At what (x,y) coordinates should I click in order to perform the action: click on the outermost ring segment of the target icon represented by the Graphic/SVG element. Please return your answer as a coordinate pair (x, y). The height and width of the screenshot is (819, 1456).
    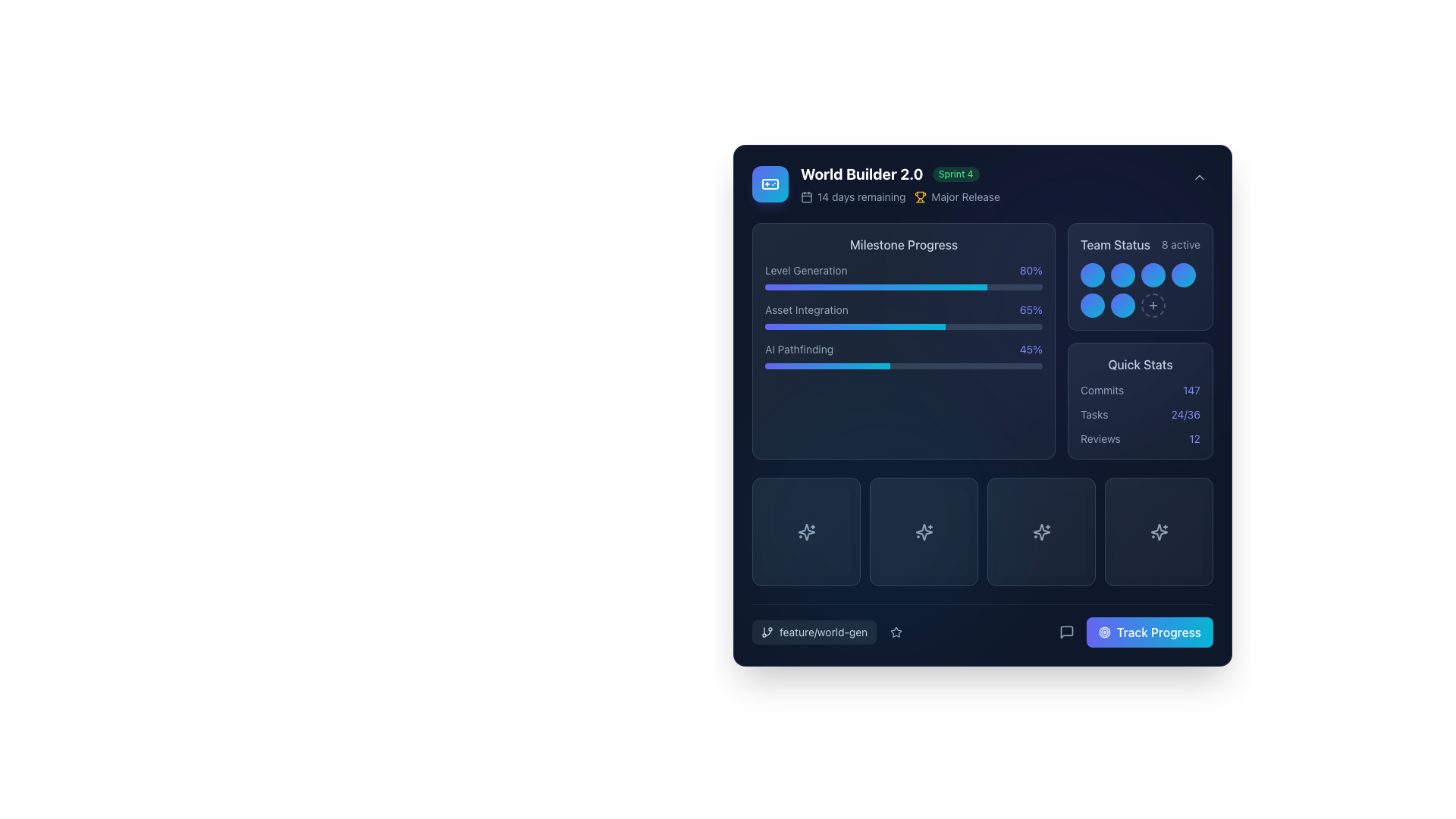
    Looking at the image, I should click on (1104, 632).